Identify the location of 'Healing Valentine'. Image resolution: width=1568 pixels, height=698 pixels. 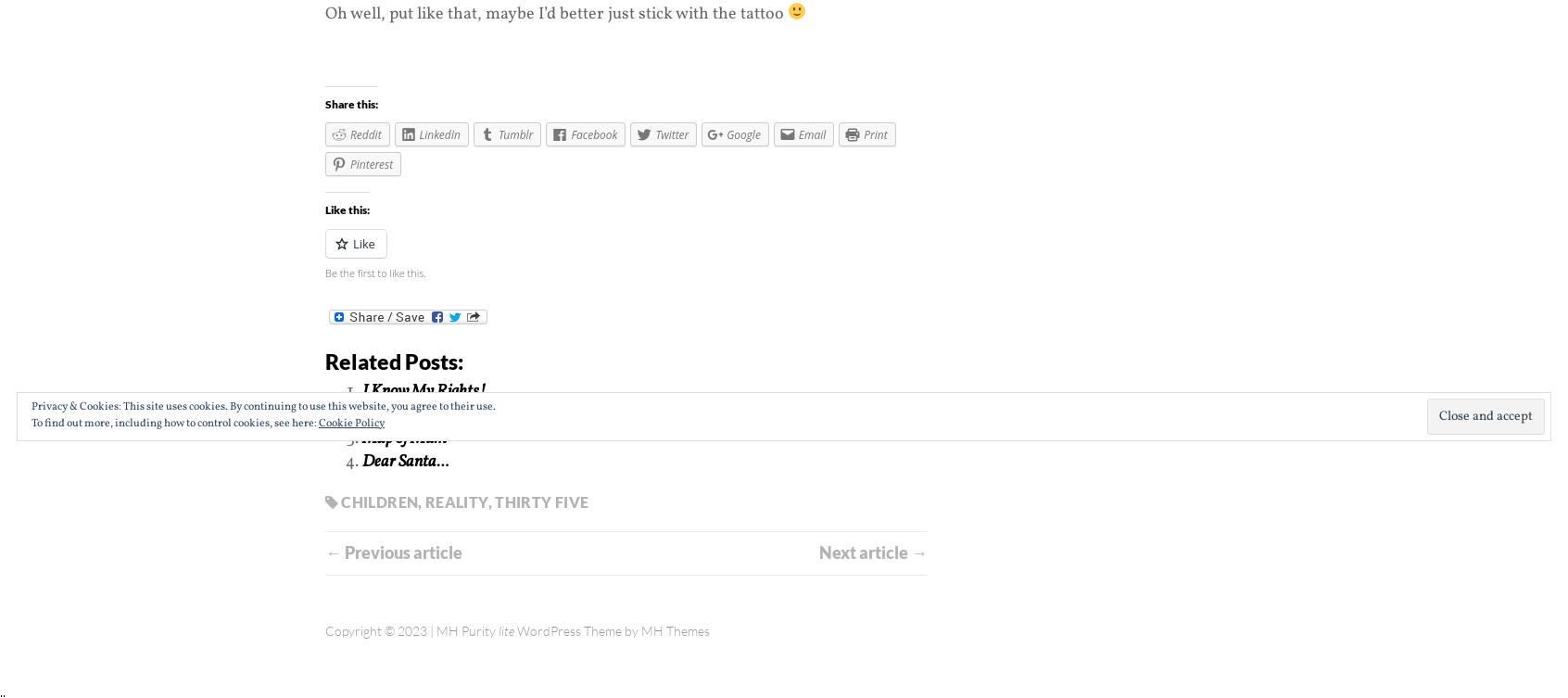
(419, 413).